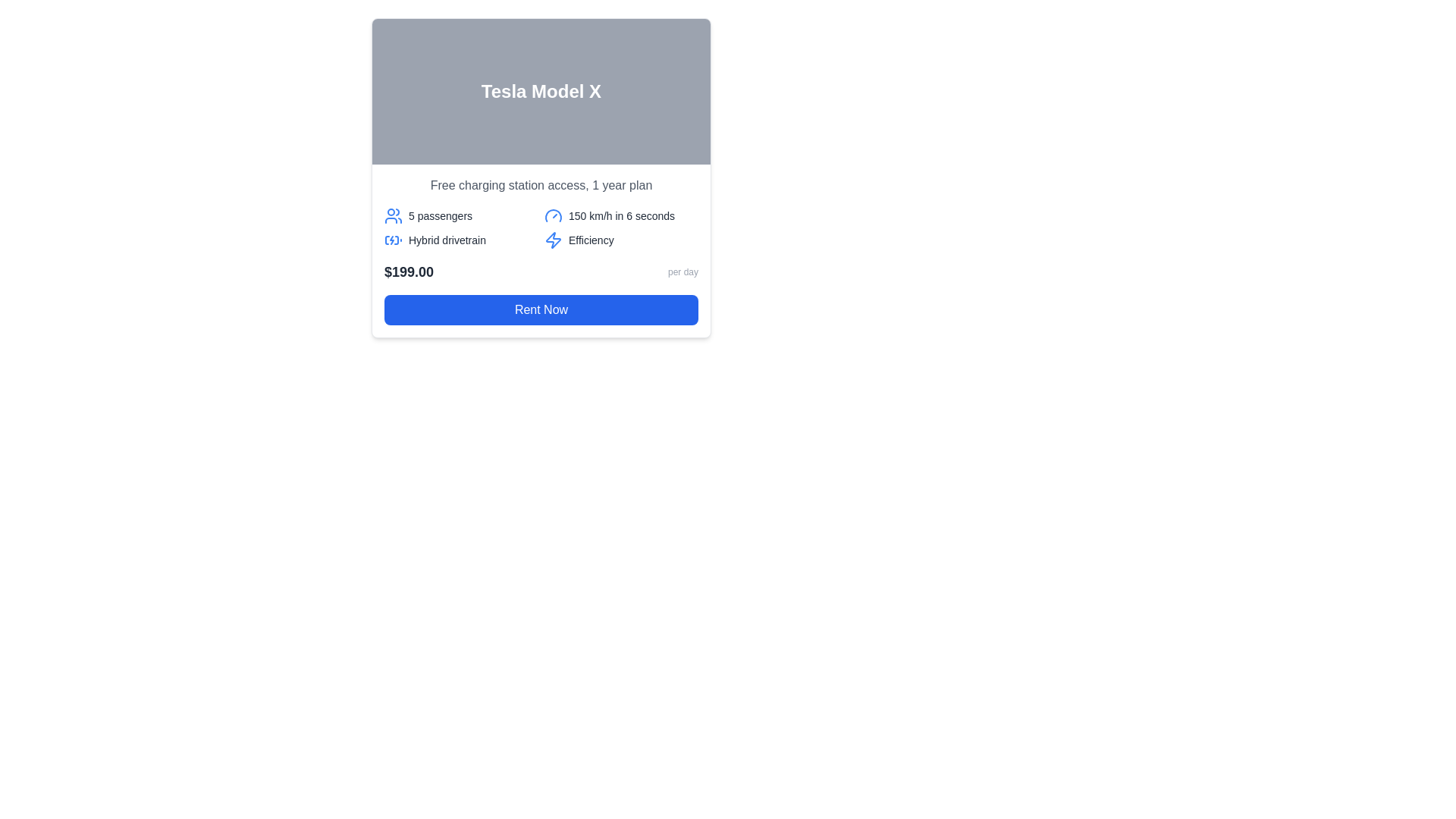  I want to click on information from the 'Hybrid drivetrain' text with icon located in the bottom-left cell of the feature section, under '5 passengers' and to the left of 'Efficiency', so click(460, 239).